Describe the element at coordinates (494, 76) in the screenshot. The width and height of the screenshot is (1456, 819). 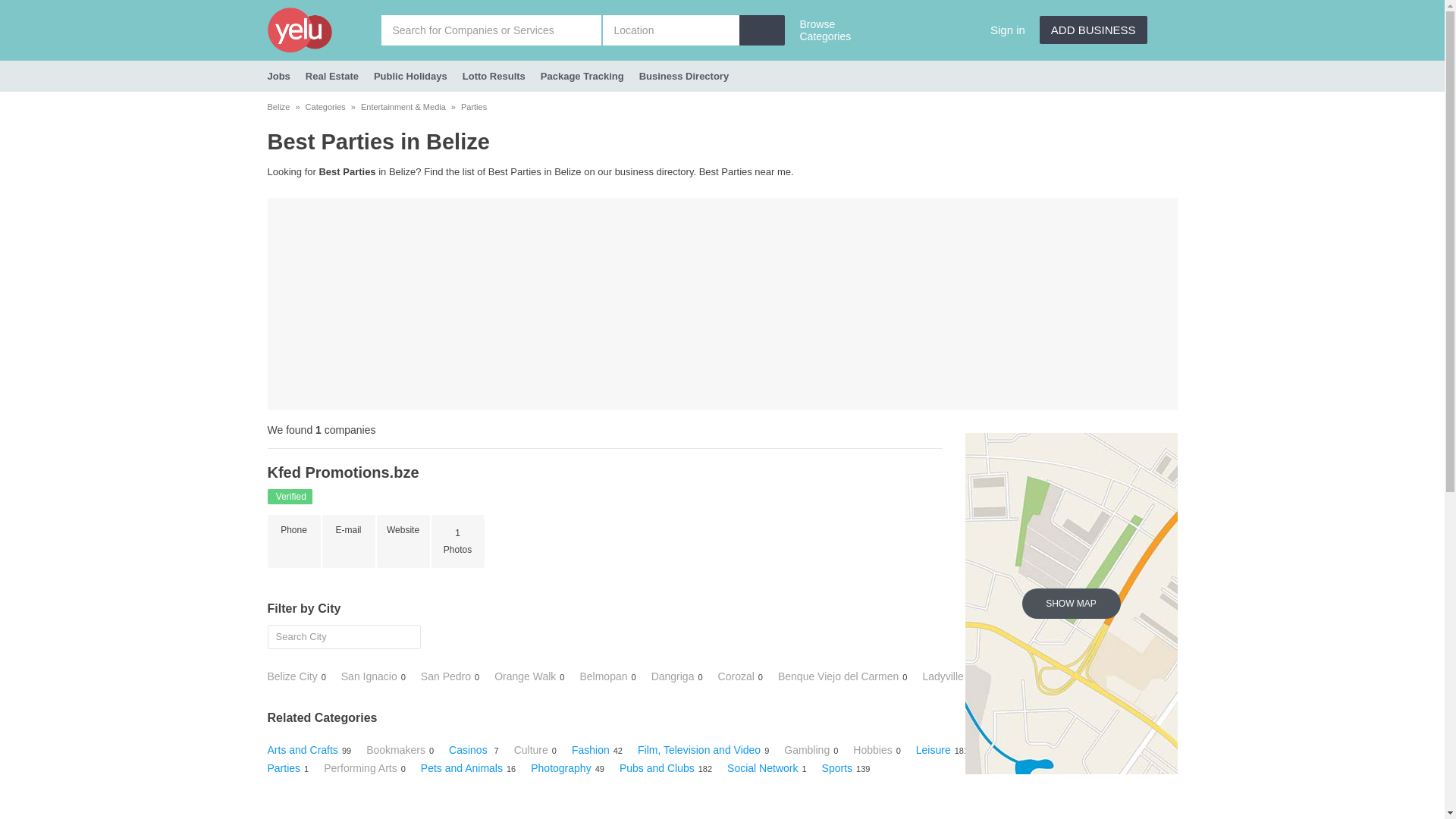
I see `'Lotto Results'` at that location.